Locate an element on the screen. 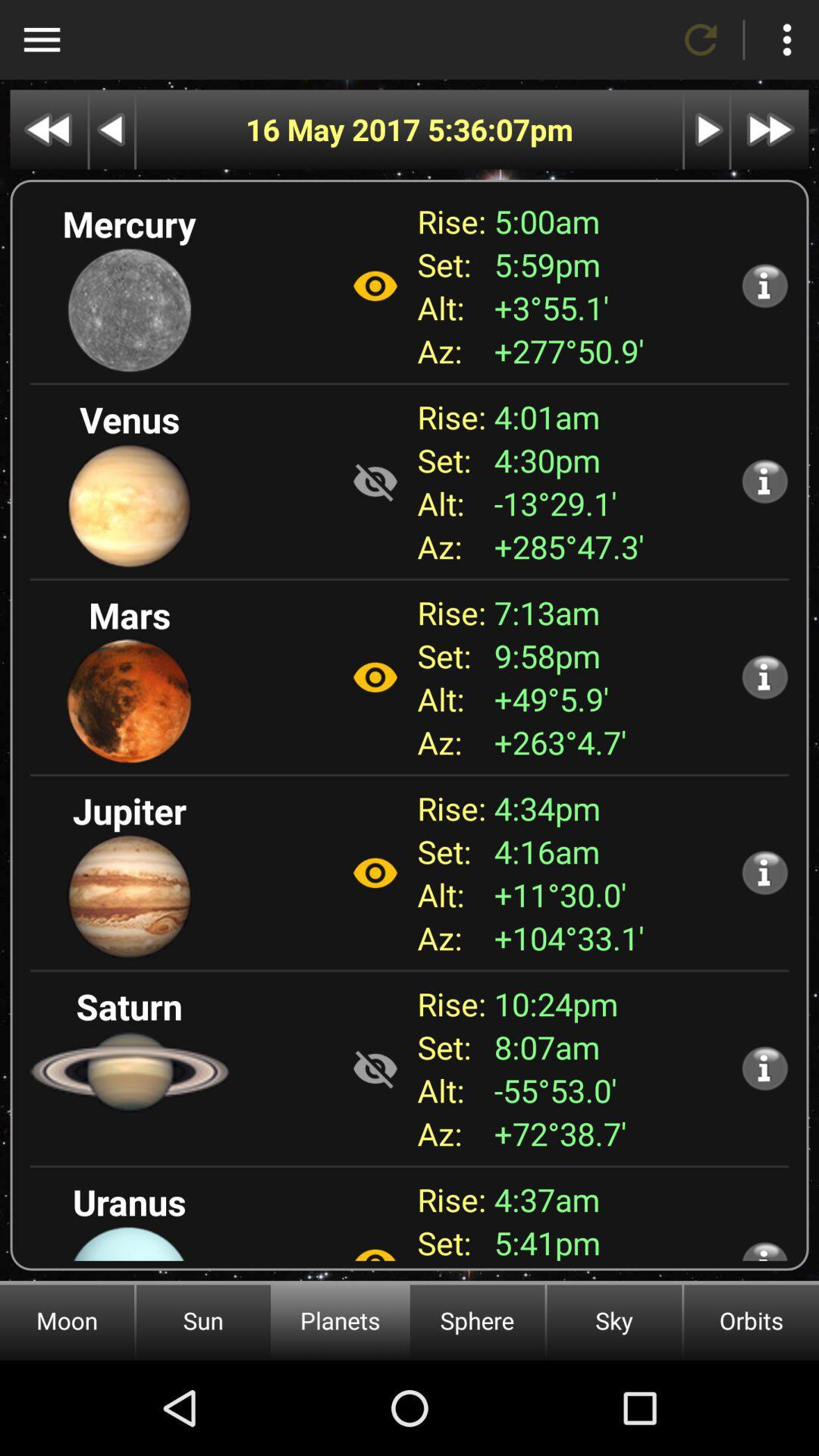 The image size is (819, 1456). the arrow_backward icon is located at coordinates (111, 130).